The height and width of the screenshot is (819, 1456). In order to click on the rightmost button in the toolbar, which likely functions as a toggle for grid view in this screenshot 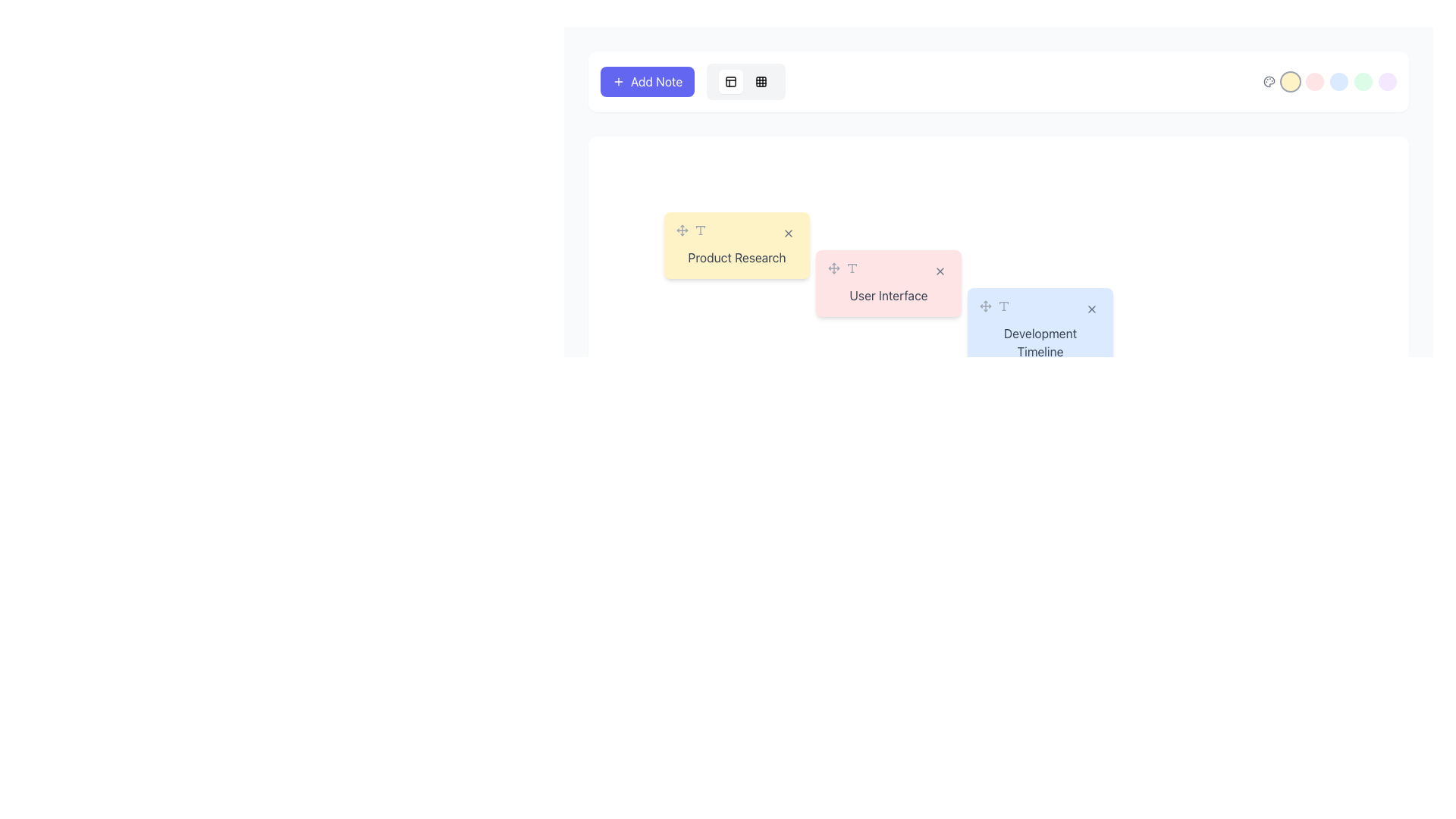, I will do `click(761, 82)`.